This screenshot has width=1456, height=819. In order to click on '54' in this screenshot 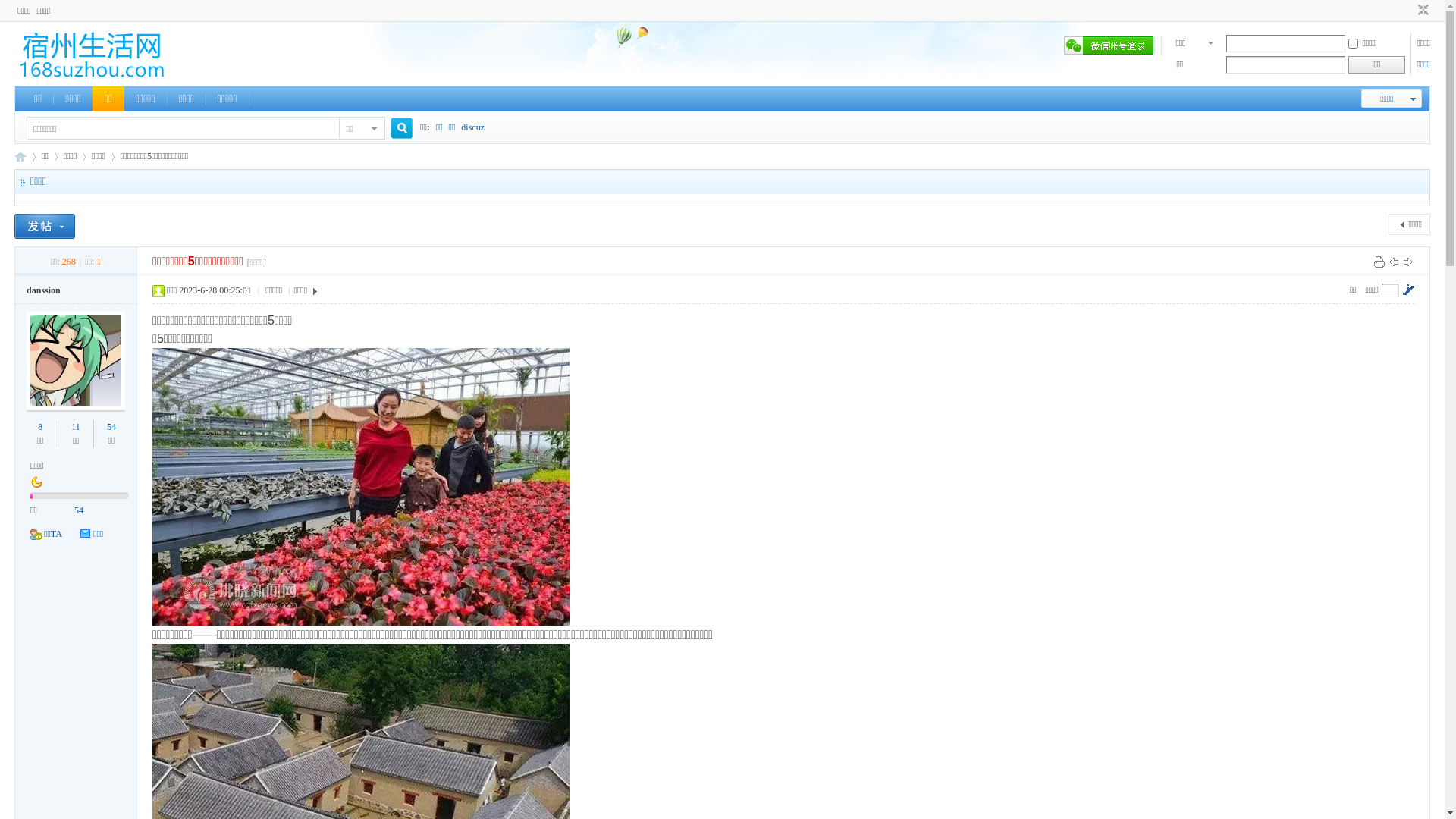, I will do `click(105, 427)`.